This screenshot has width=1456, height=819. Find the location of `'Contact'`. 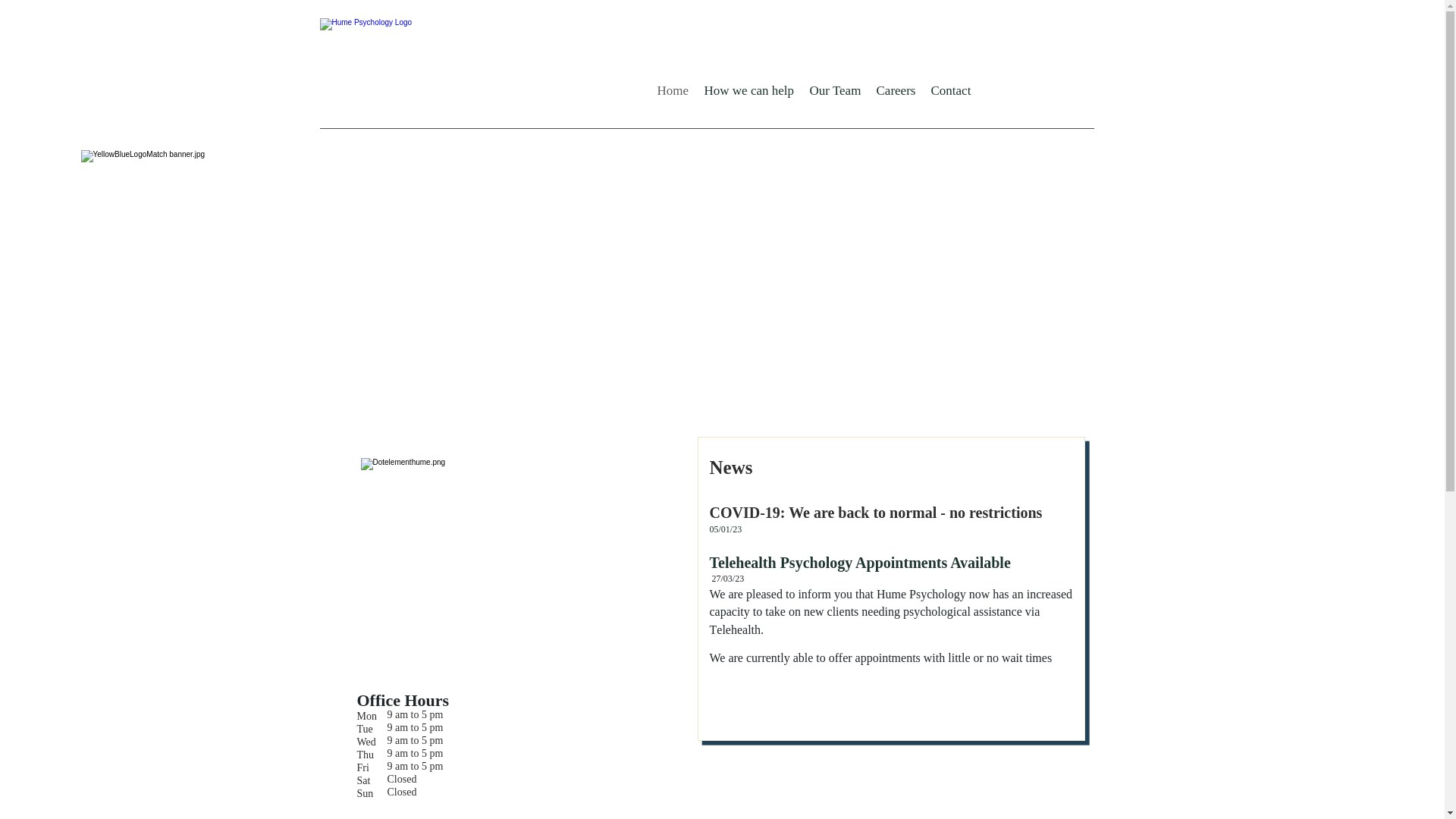

'Contact' is located at coordinates (950, 90).